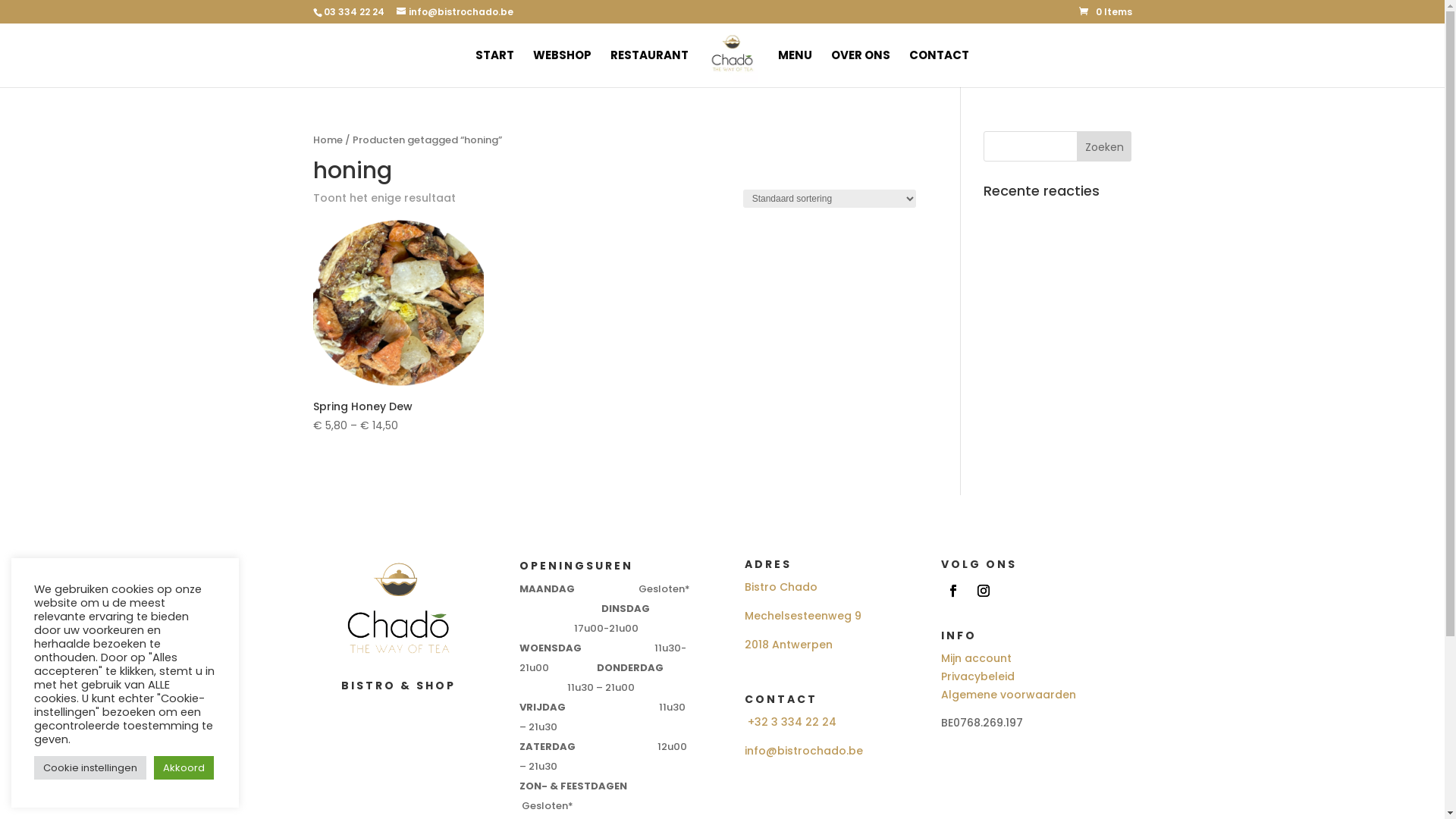  Describe the element at coordinates (475, 68) in the screenshot. I see `'START'` at that location.